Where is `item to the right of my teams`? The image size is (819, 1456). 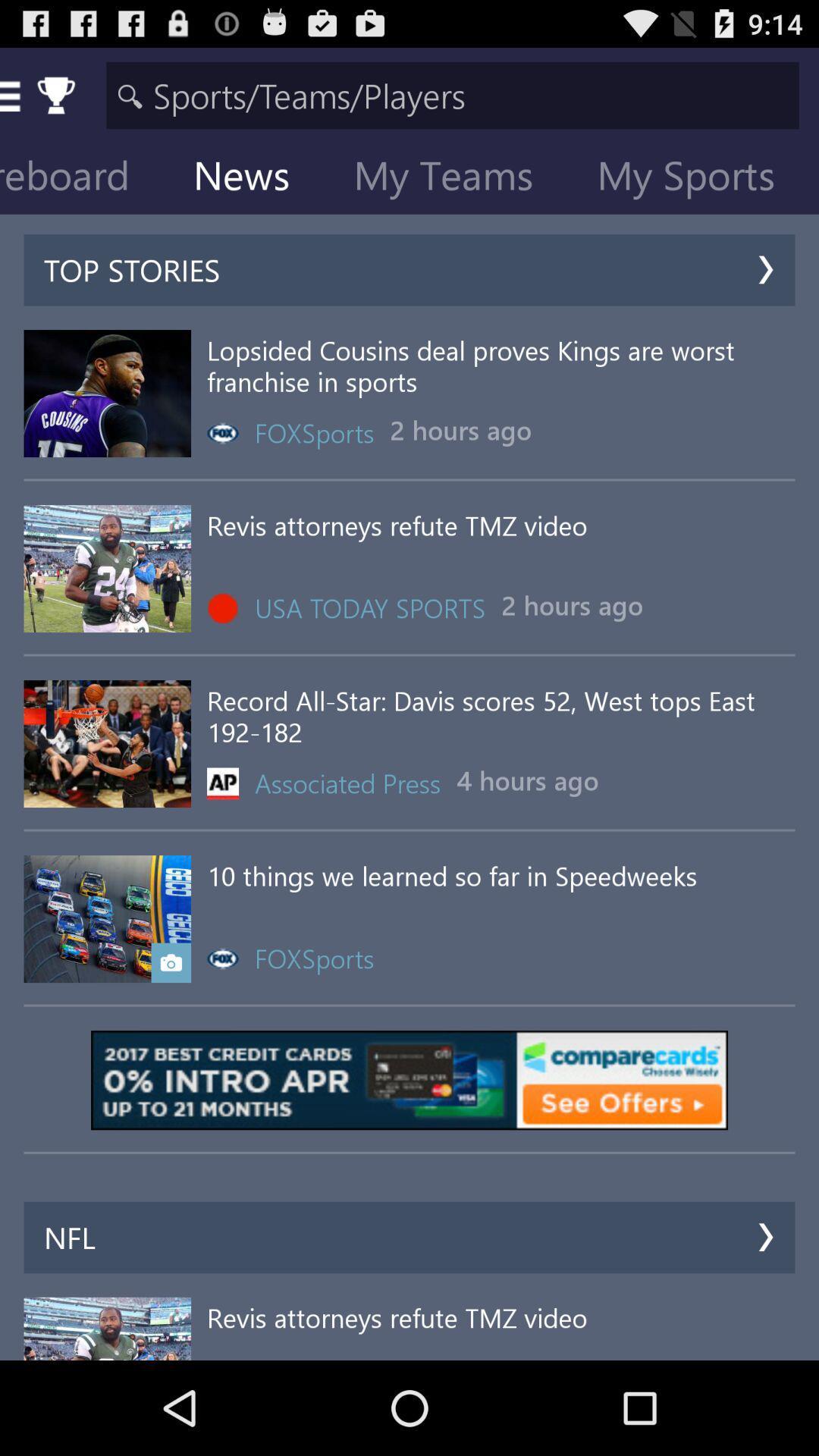 item to the right of my teams is located at coordinates (698, 178).